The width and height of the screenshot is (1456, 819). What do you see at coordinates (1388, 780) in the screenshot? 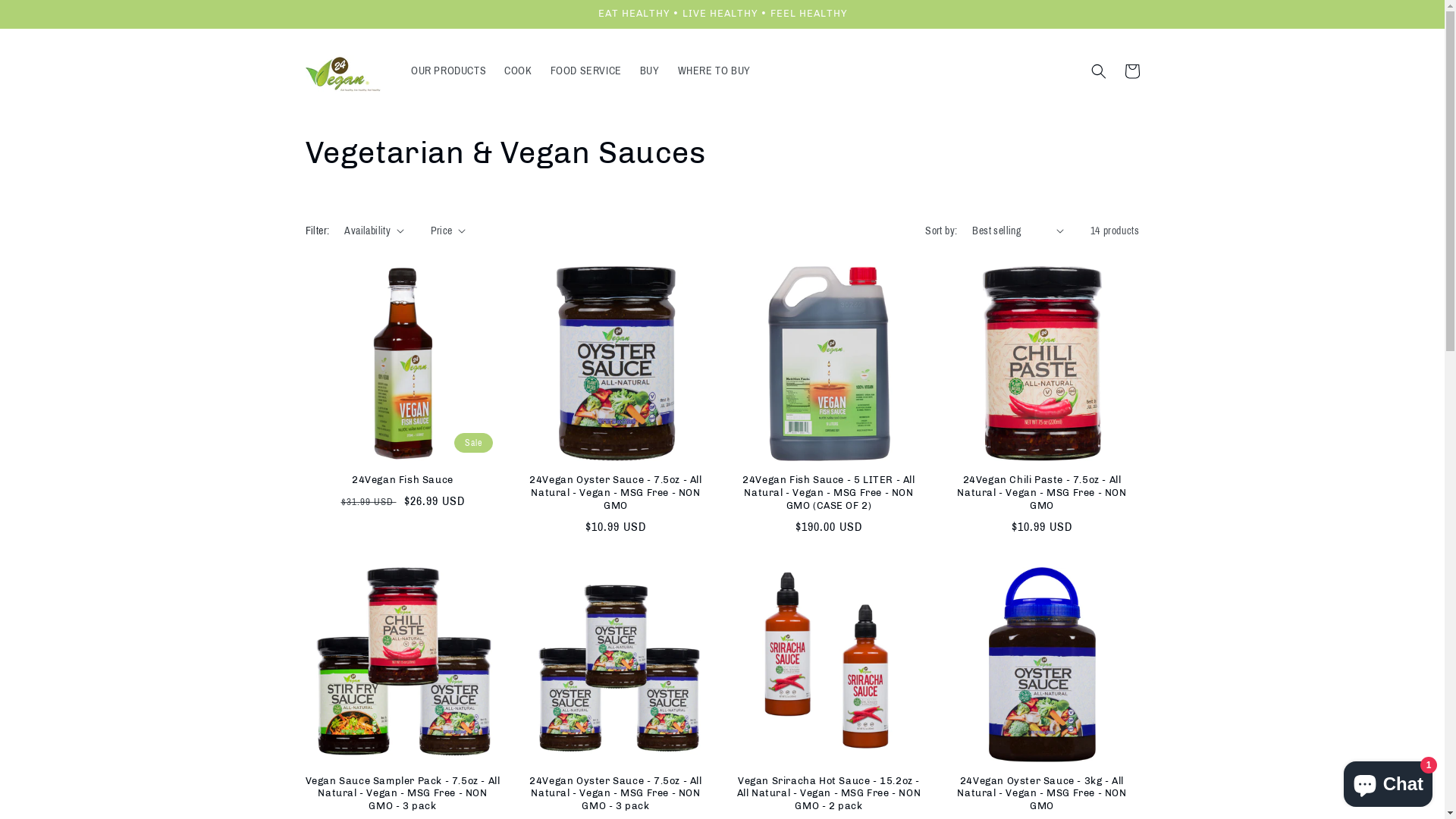
I see `'Shopify online store chat'` at bounding box center [1388, 780].